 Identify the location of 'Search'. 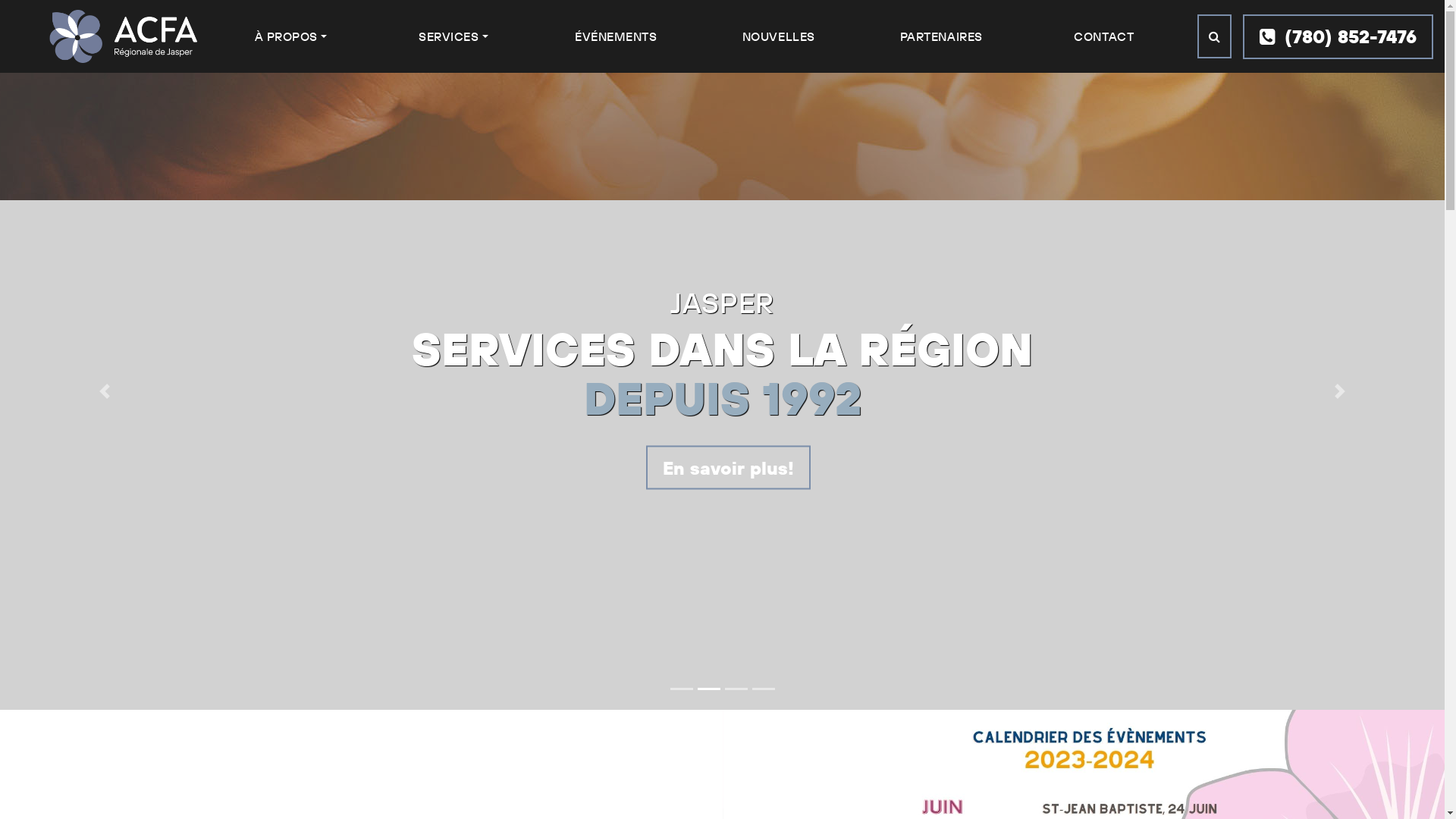
(1214, 35).